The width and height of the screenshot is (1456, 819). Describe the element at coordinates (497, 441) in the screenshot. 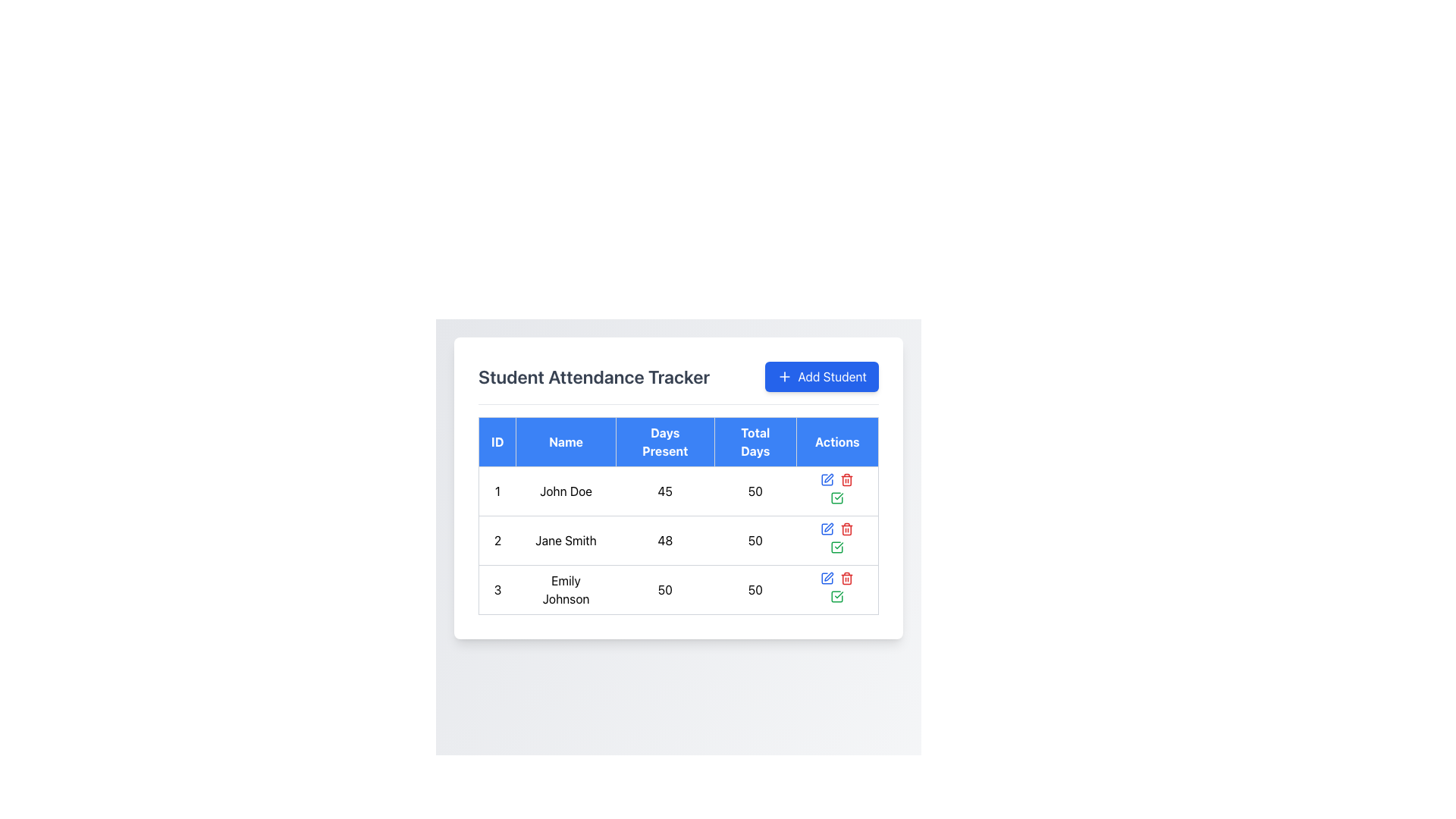

I see `the blue rectangular column header labeled 'ID' at the far left of the table` at that location.